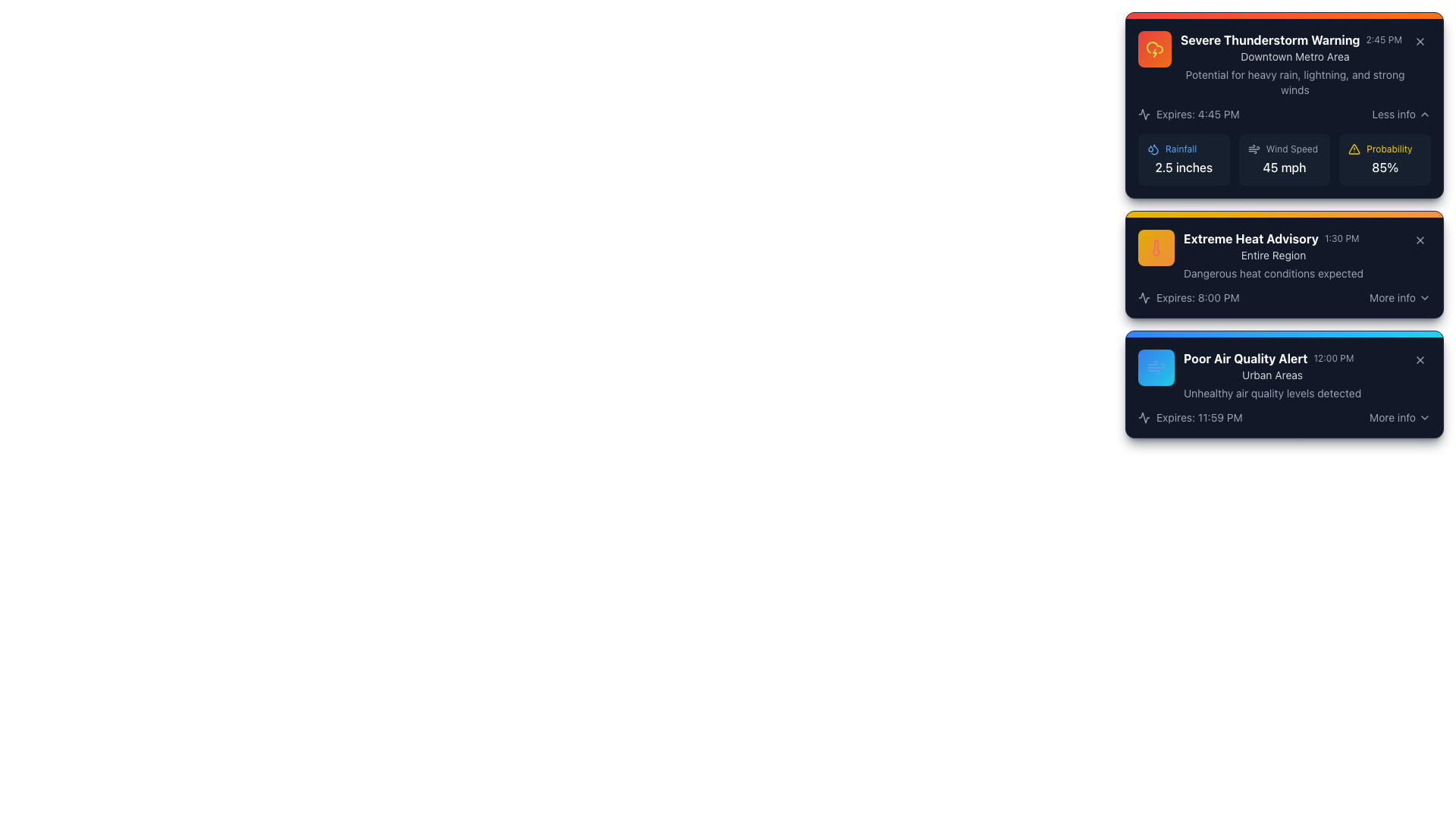  What do you see at coordinates (1156, 247) in the screenshot?
I see `the heat icon within the orange-yellow rounded circle on the 'Extreme Heat Advisory' notification card` at bounding box center [1156, 247].